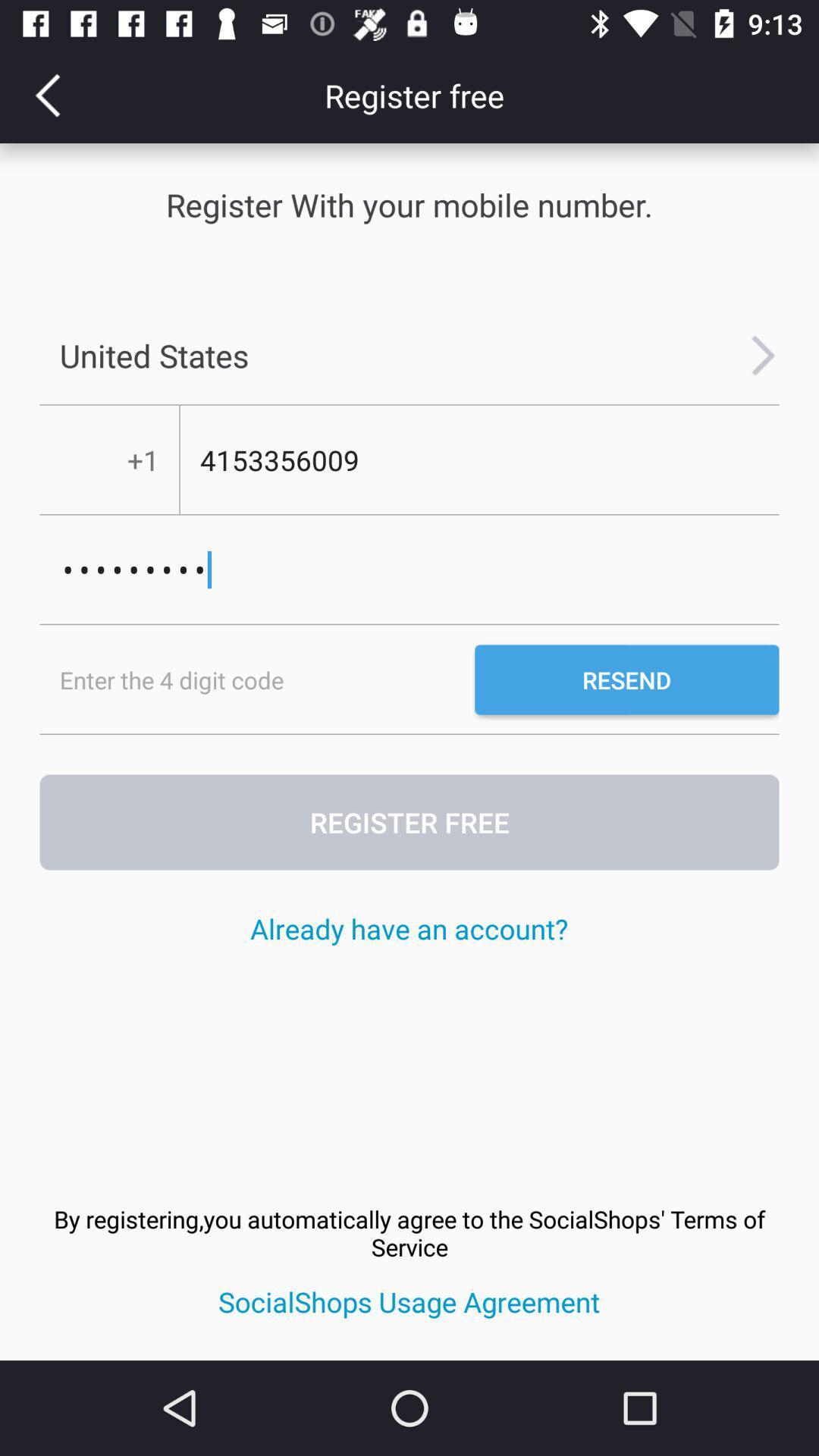  I want to click on resend, so click(626, 679).